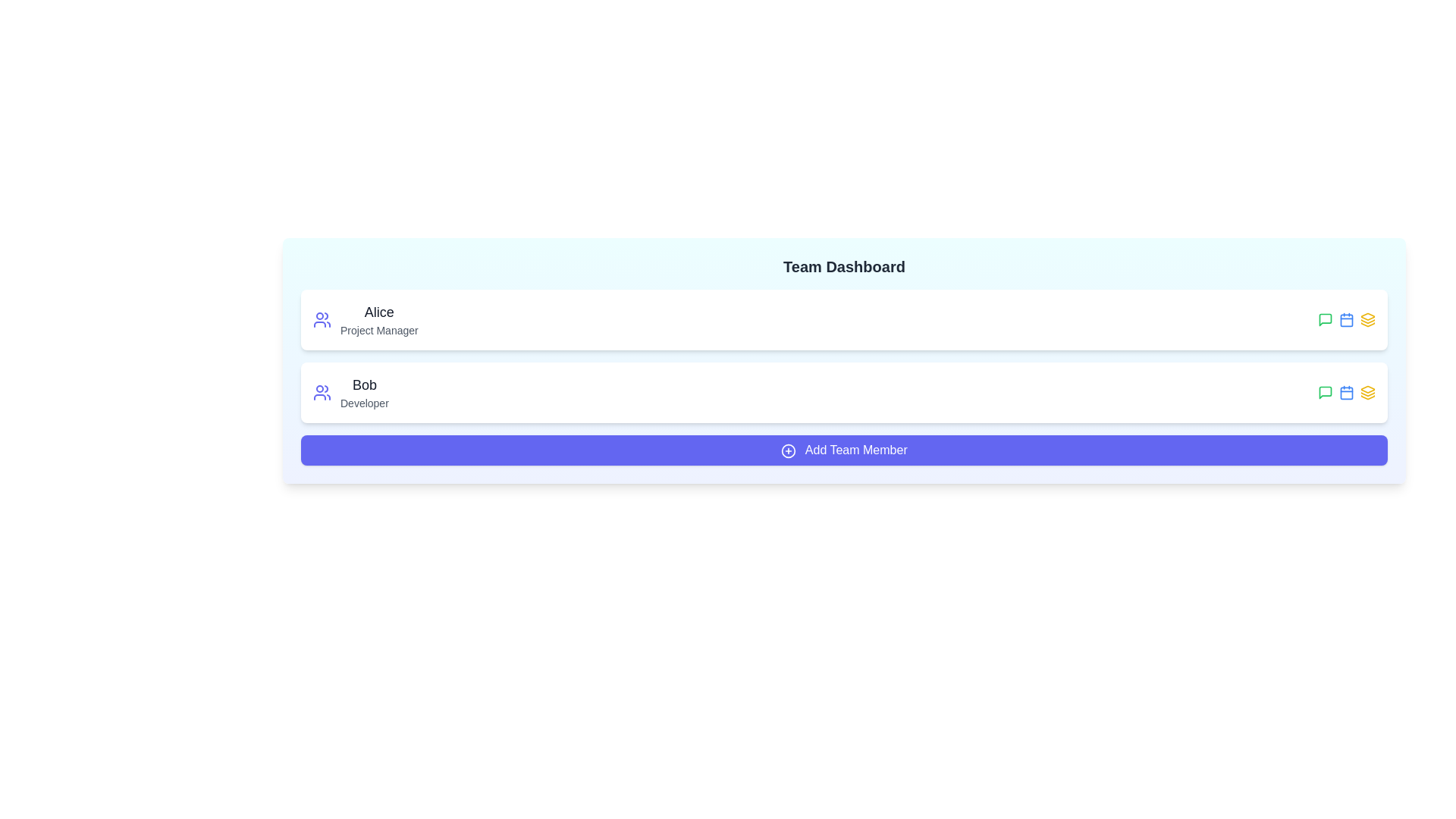 Image resolution: width=1456 pixels, height=819 pixels. I want to click on the user profile icon associated with 'Alice', the Project Manager, located on the left side of the profile display, so click(322, 318).